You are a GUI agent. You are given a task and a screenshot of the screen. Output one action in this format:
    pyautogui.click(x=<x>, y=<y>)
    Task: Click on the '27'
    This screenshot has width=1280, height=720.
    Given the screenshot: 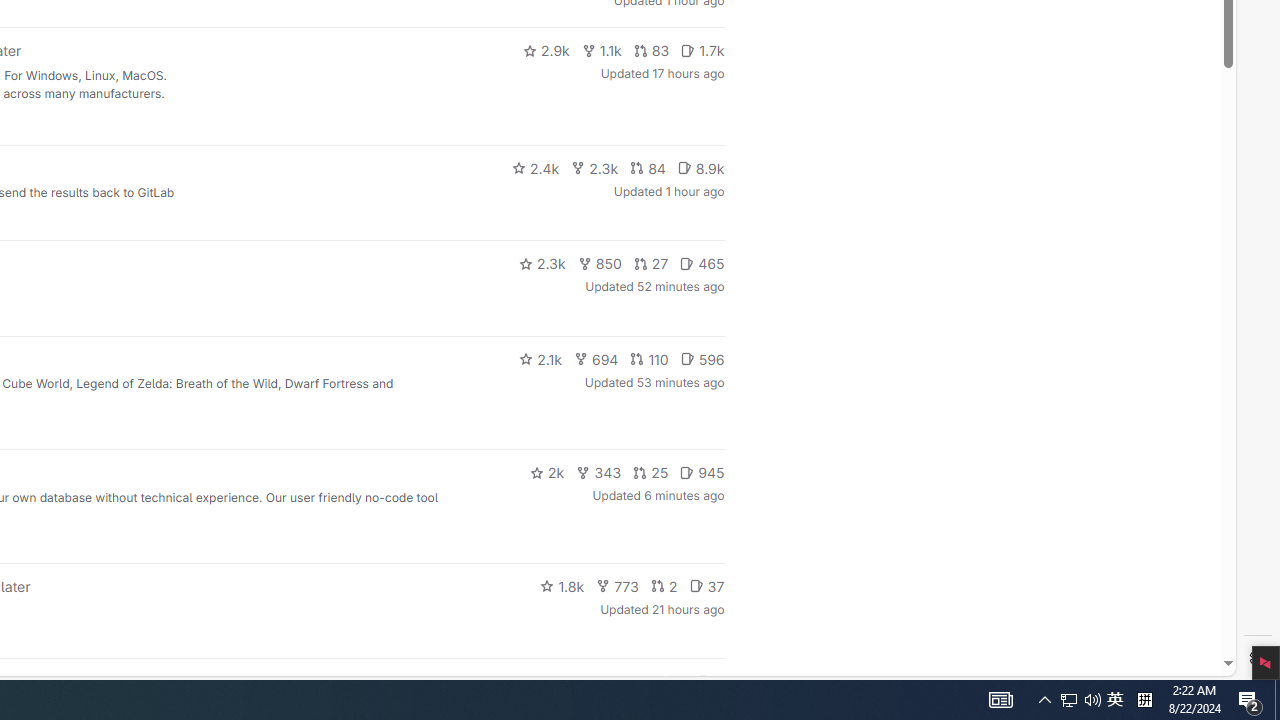 What is the action you would take?
    pyautogui.click(x=651, y=262)
    